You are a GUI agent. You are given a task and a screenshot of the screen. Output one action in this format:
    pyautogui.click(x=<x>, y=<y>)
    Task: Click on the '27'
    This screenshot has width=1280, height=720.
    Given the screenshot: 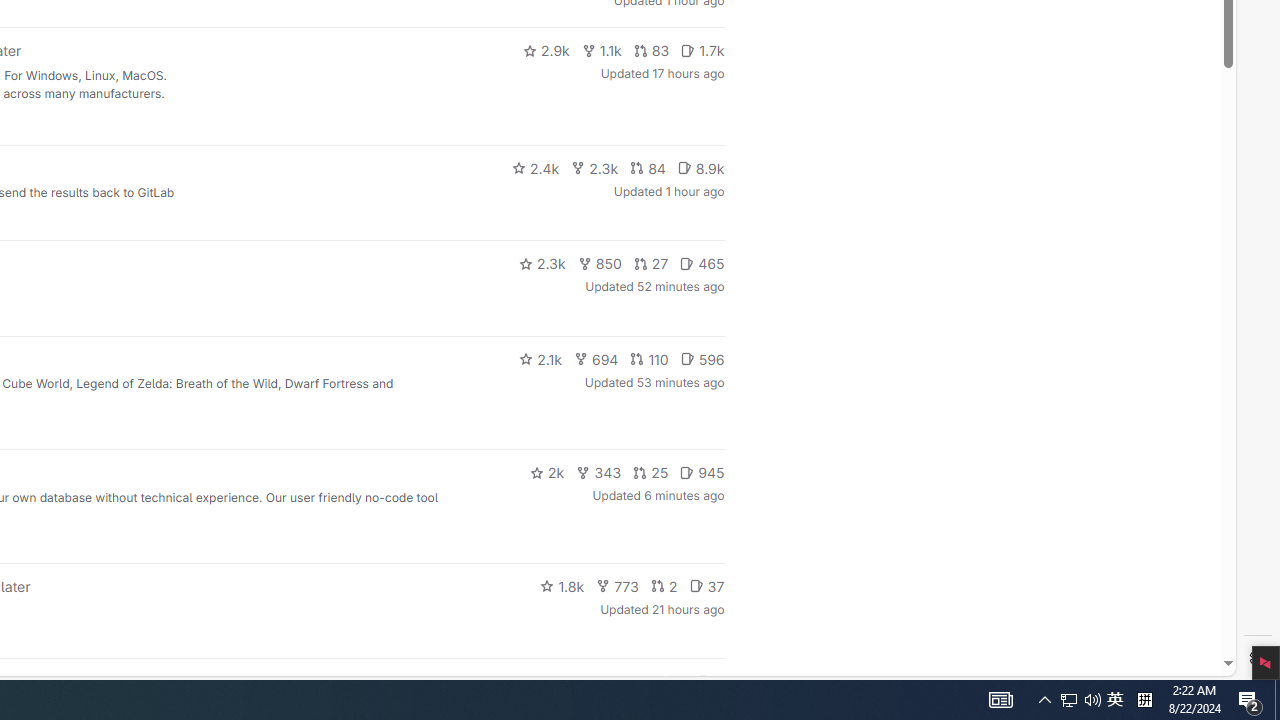 What is the action you would take?
    pyautogui.click(x=651, y=262)
    